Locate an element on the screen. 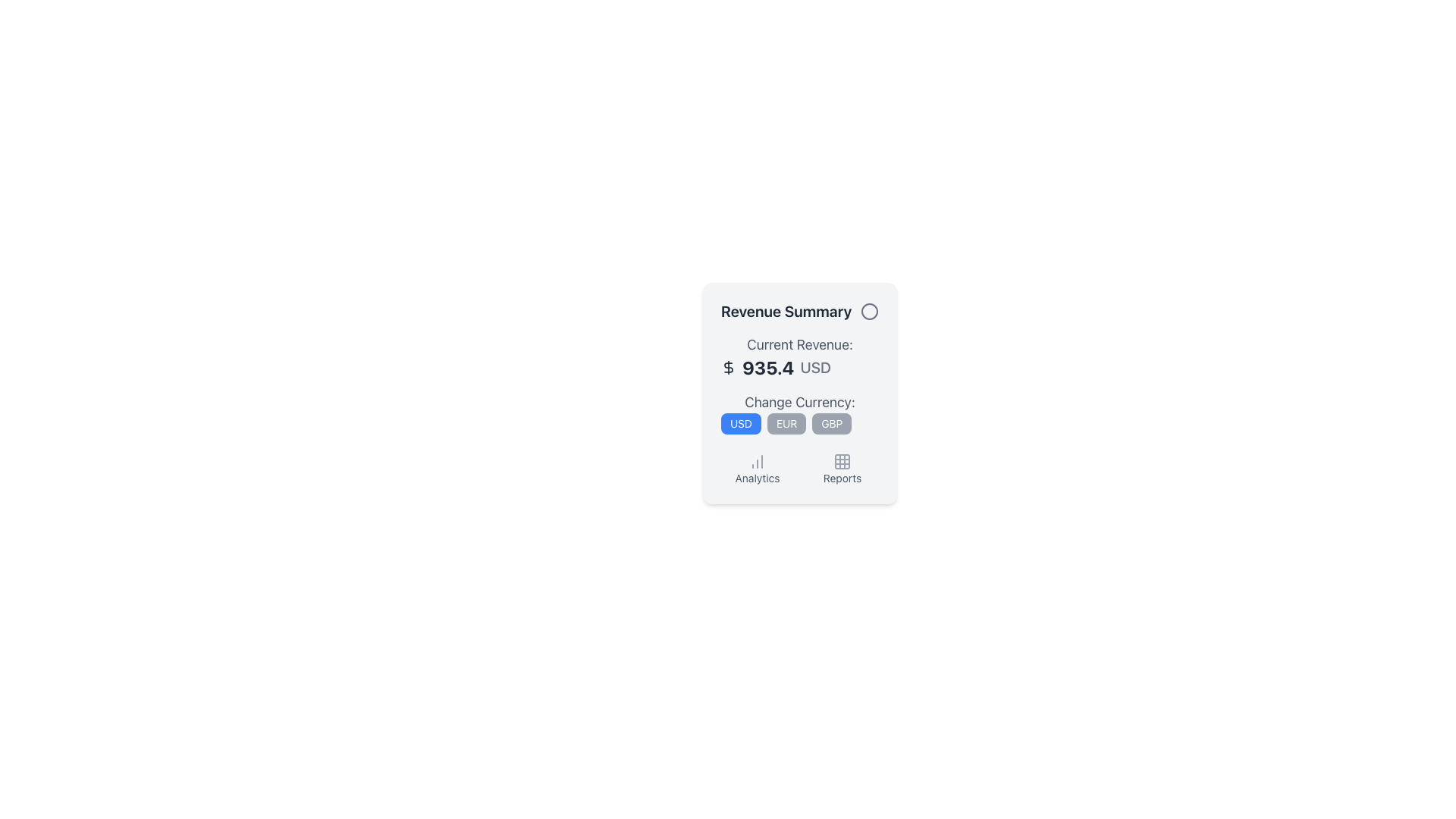 The height and width of the screenshot is (819, 1456). the Button Group labeled 'Change Currency:' which contains the buttons 'USD', 'EUR', and 'GBP' for tooltips or information is located at coordinates (799, 413).